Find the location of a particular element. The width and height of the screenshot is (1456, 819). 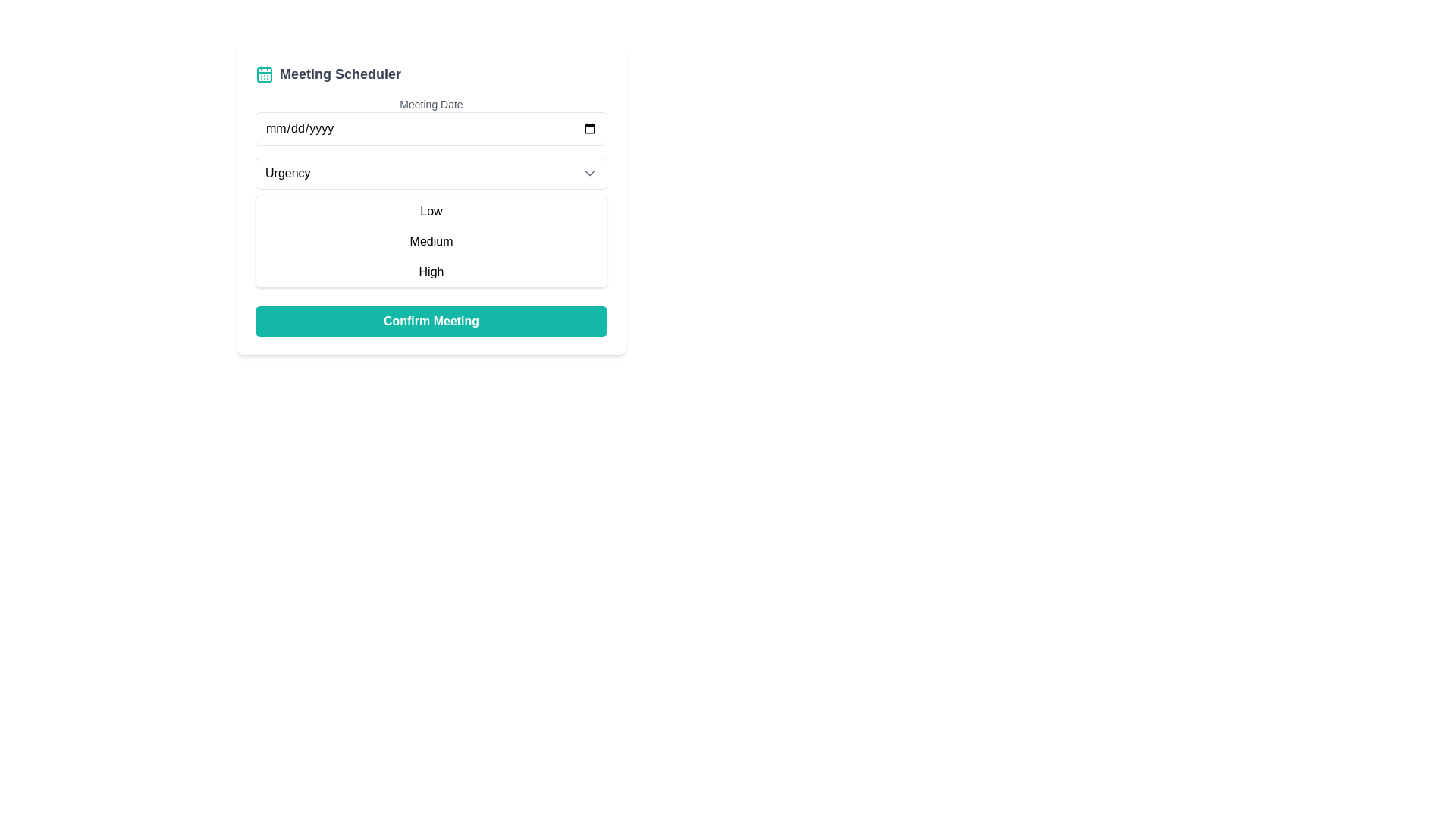

a date using the calendar picker from the Date input field located in the 'Meeting Scheduler' form card, which is the first input component below the title and above the 'Urgency' form group is located at coordinates (431, 120).